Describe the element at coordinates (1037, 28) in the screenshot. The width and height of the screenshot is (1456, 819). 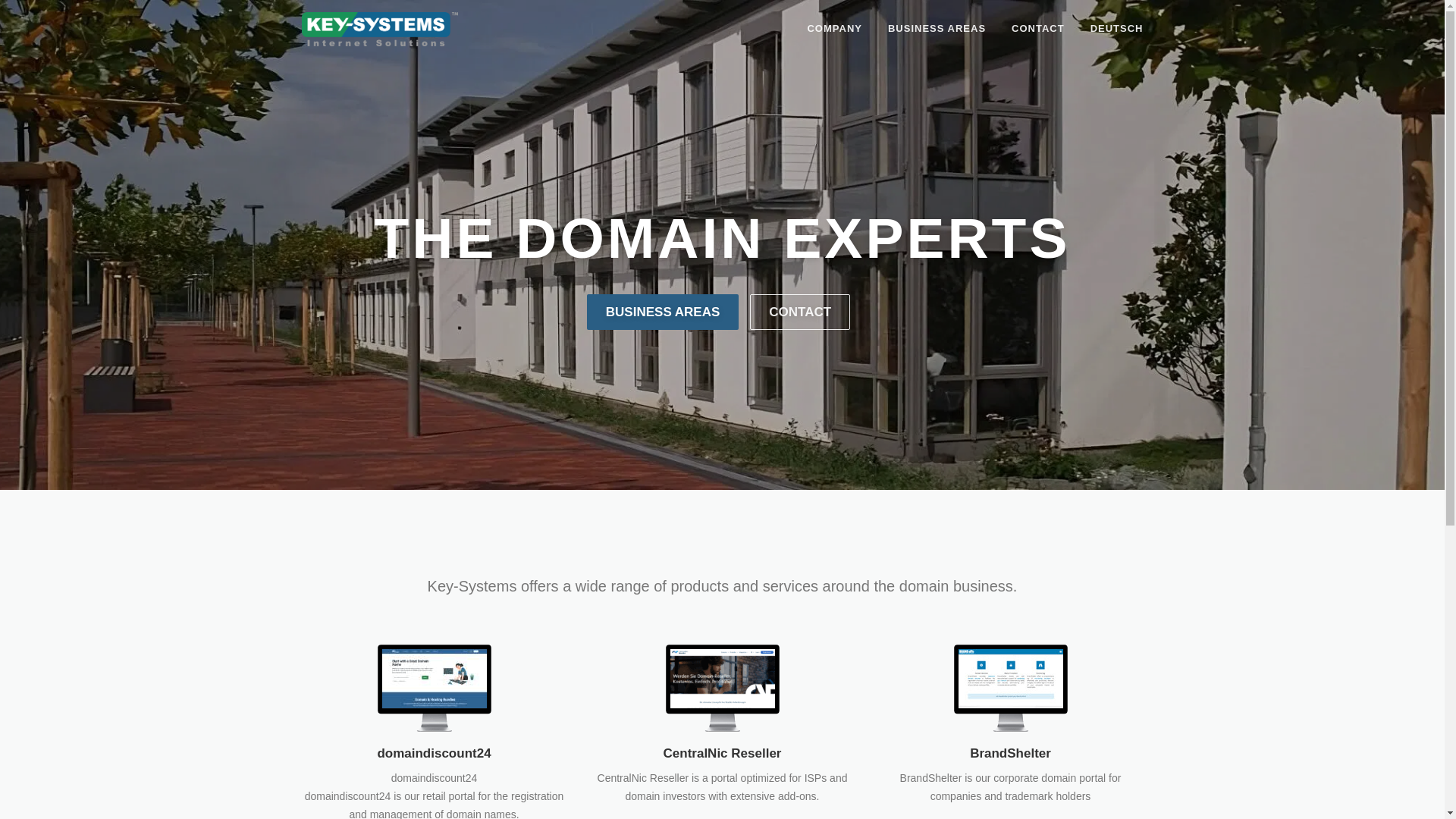
I see `'CONTACT'` at that location.